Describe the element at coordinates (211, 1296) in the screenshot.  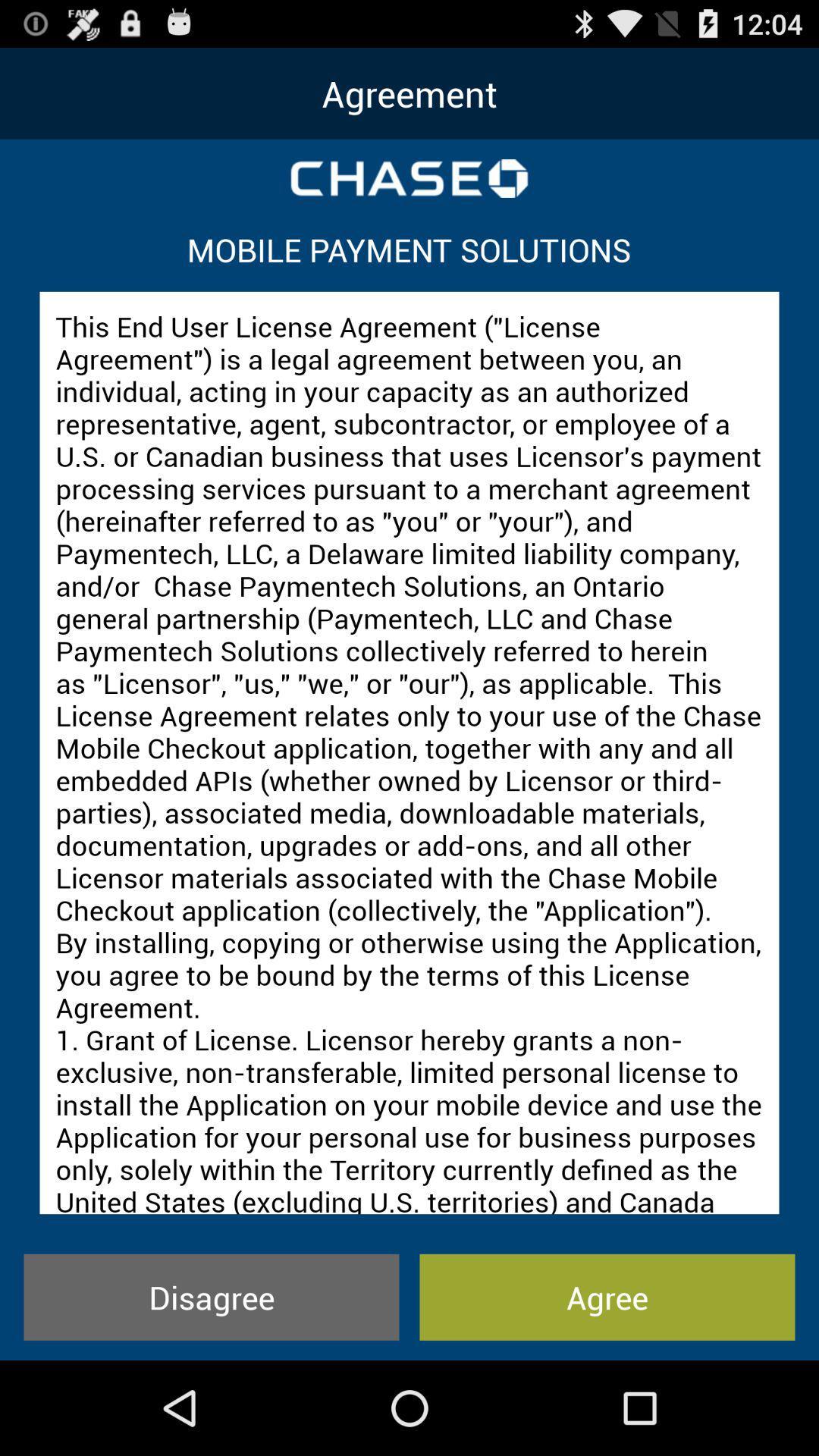
I see `the icon to the left of agree icon` at that location.